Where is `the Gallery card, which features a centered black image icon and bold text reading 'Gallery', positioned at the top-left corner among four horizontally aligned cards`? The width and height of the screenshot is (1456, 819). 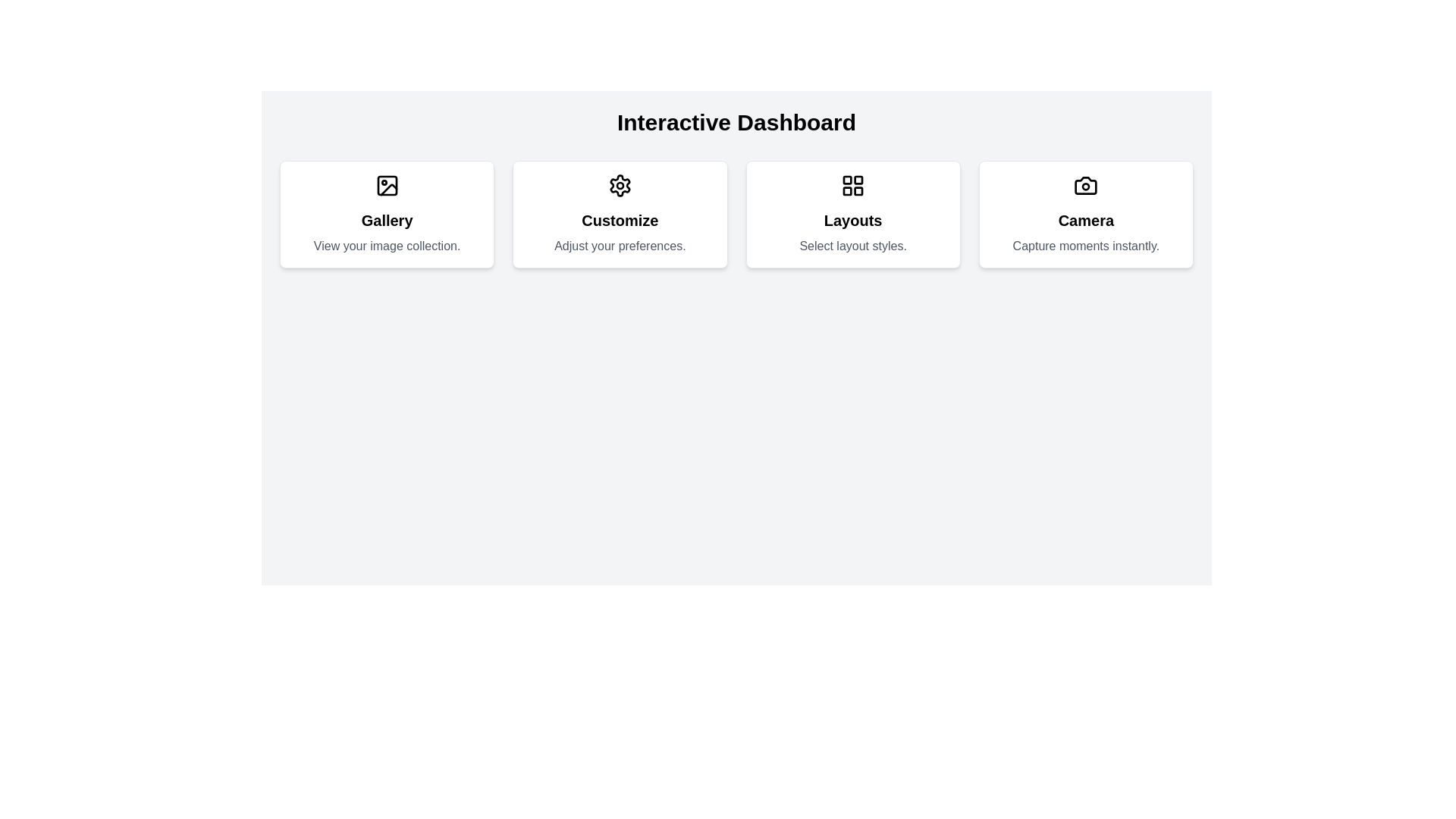
the Gallery card, which features a centered black image icon and bold text reading 'Gallery', positioned at the top-left corner among four horizontally aligned cards is located at coordinates (387, 214).